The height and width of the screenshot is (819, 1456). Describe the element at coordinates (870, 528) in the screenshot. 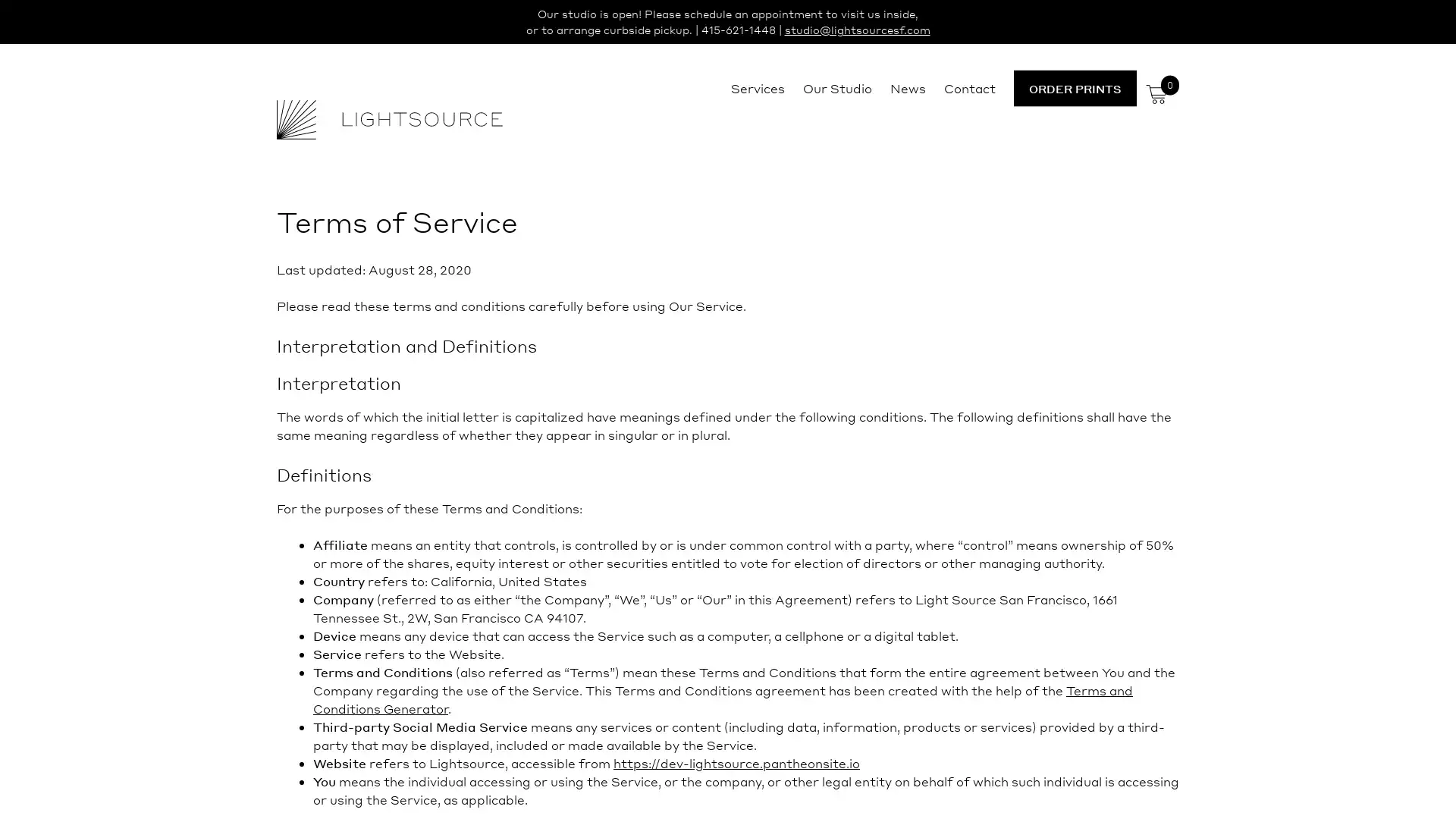

I see `Sign up` at that location.